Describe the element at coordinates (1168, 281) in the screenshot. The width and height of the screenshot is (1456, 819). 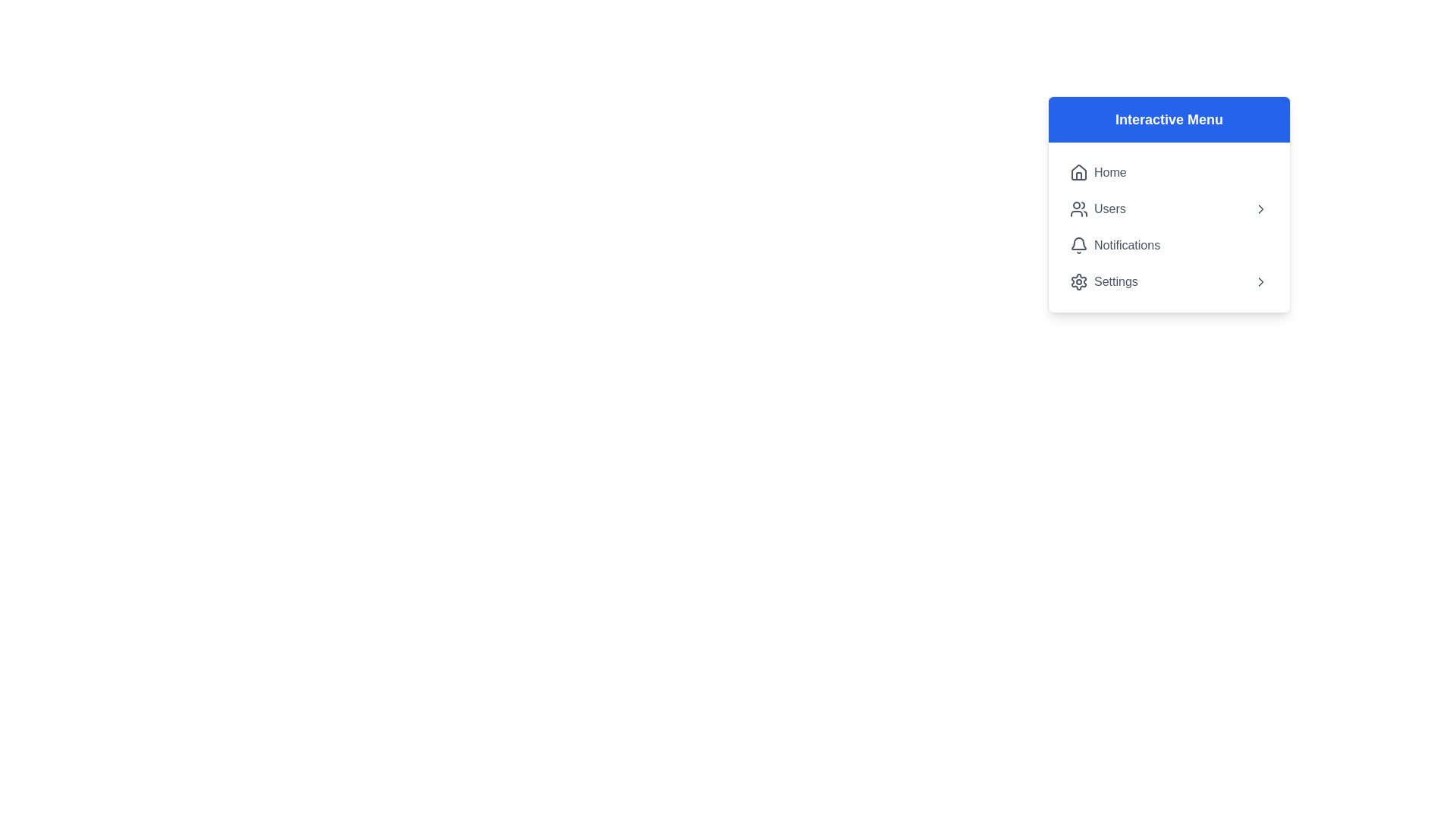
I see `the List item with embedded elements (icon, text, arrow) that serves as a navigation option for accessing settings by` at that location.